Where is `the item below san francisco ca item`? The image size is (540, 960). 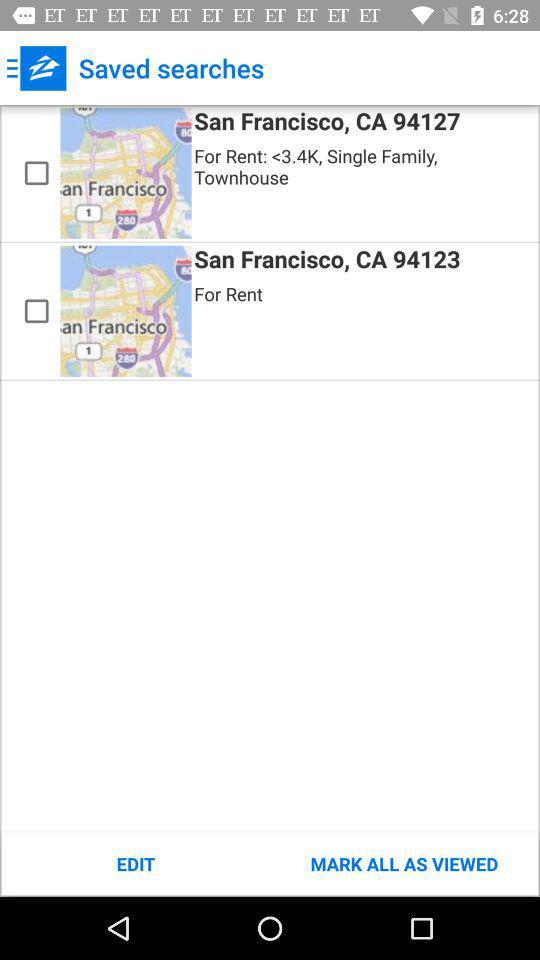
the item below san francisco ca item is located at coordinates (404, 863).